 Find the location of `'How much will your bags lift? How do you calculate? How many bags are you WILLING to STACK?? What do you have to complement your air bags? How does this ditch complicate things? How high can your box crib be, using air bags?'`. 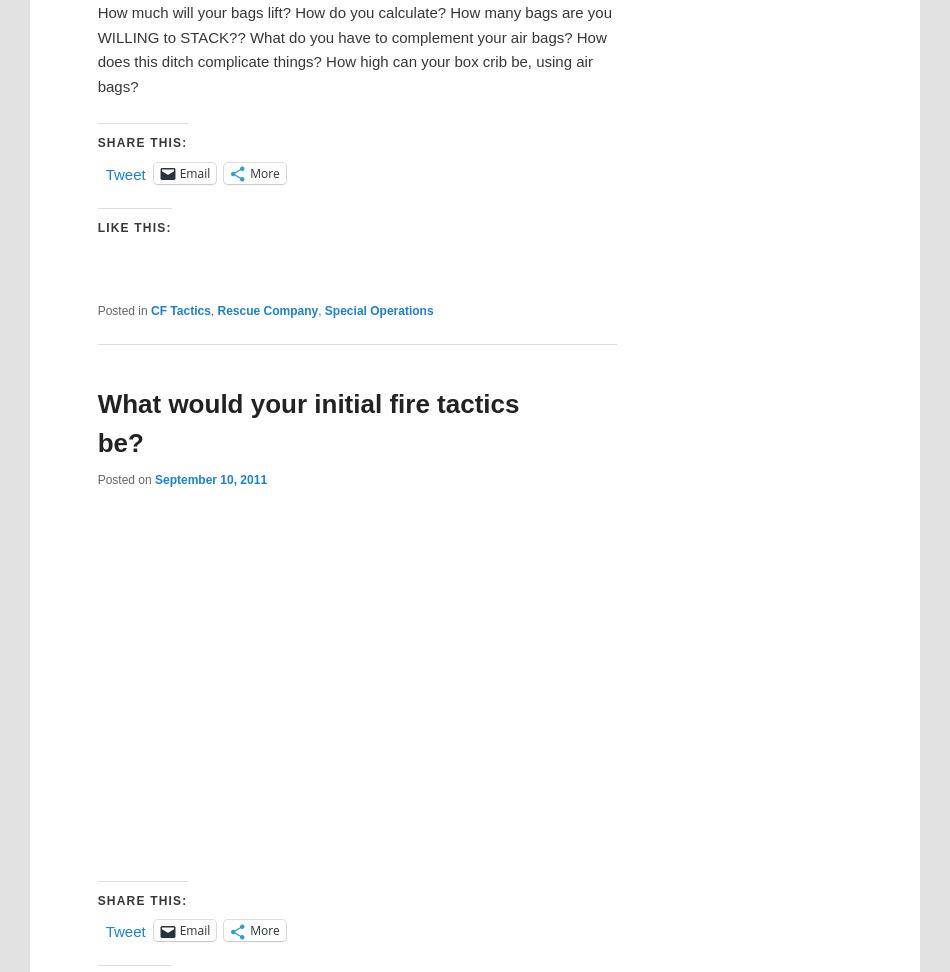

'How much will your bags lift? How do you calculate? How many bags are you WILLING to STACK?? What do you have to complement your air bags? How does this ditch complicate things? How high can your box crib be, using air bags?' is located at coordinates (353, 48).